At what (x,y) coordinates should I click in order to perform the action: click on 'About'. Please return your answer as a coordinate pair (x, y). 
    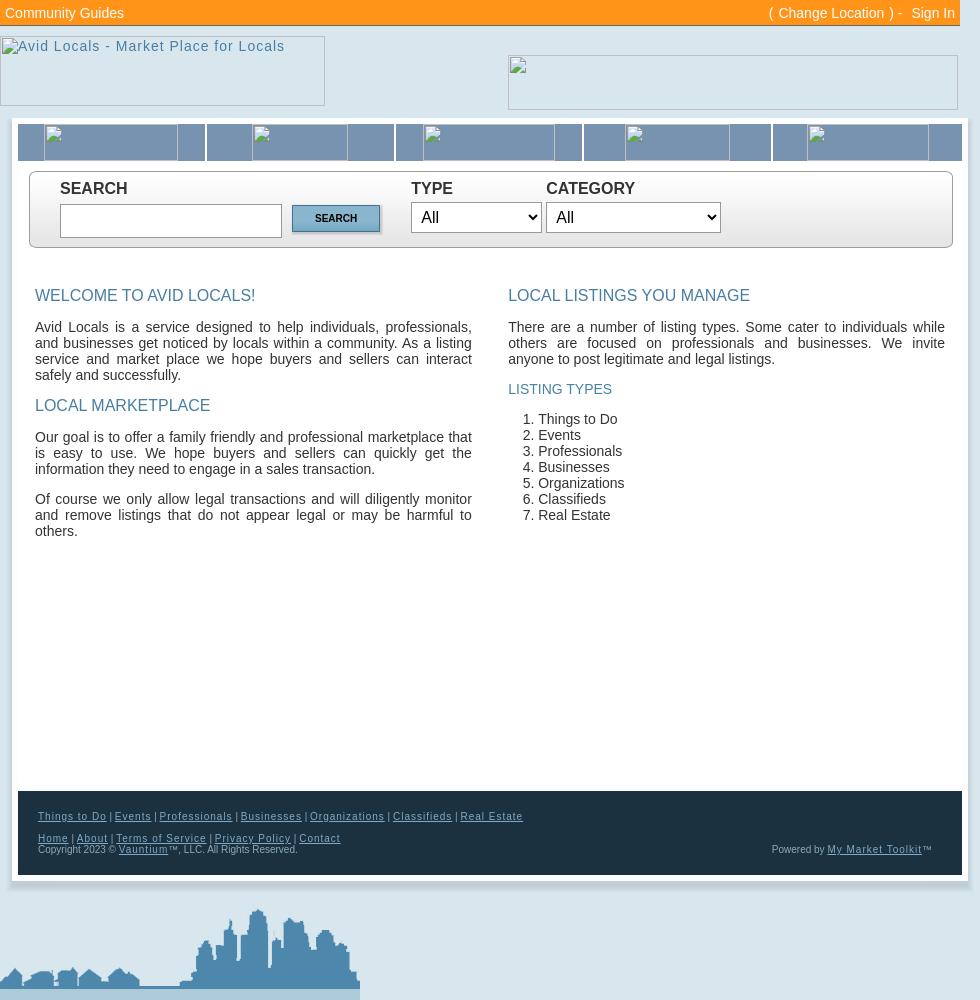
    Looking at the image, I should click on (91, 837).